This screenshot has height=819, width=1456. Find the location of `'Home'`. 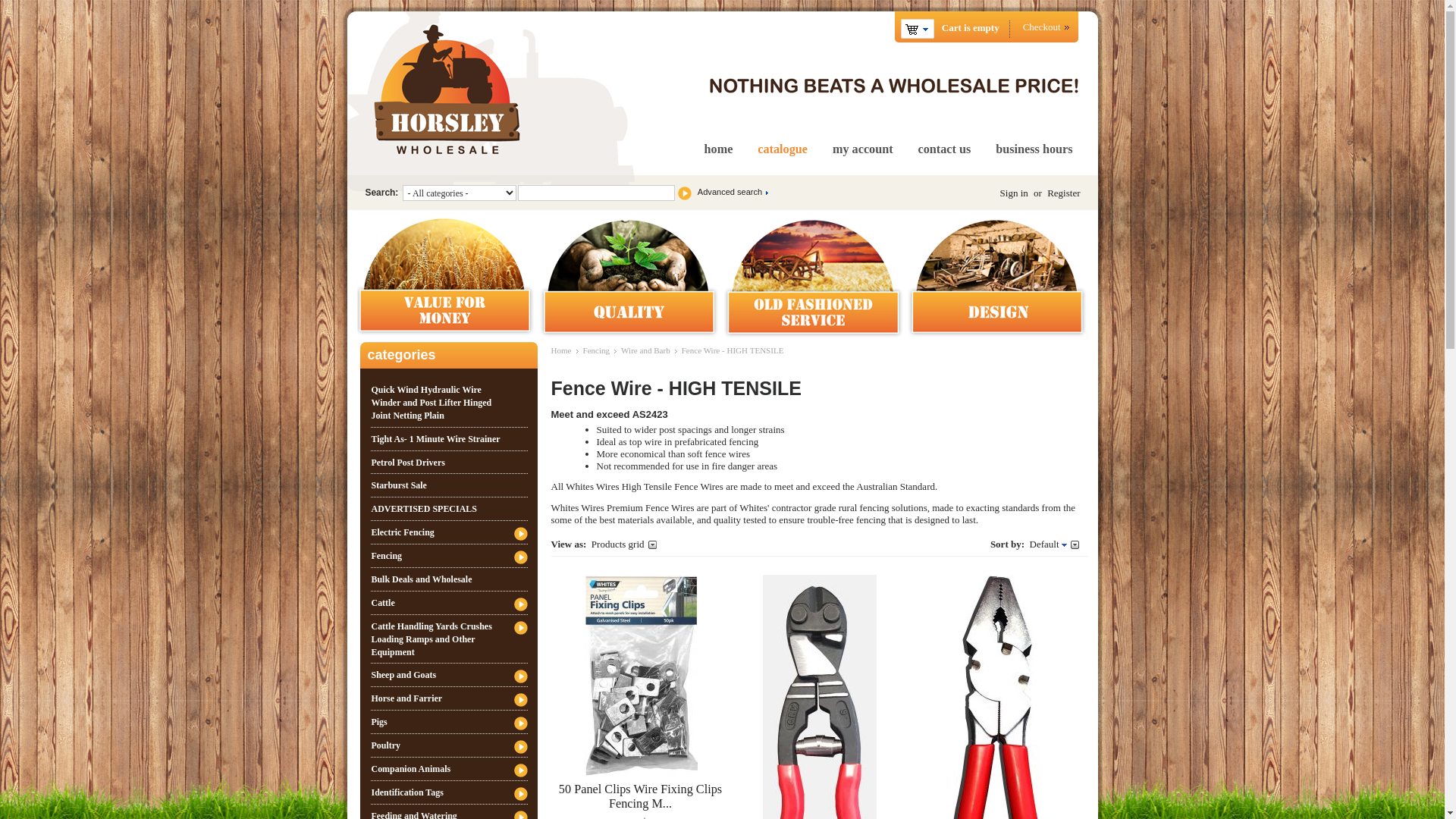

'Home' is located at coordinates (560, 350).